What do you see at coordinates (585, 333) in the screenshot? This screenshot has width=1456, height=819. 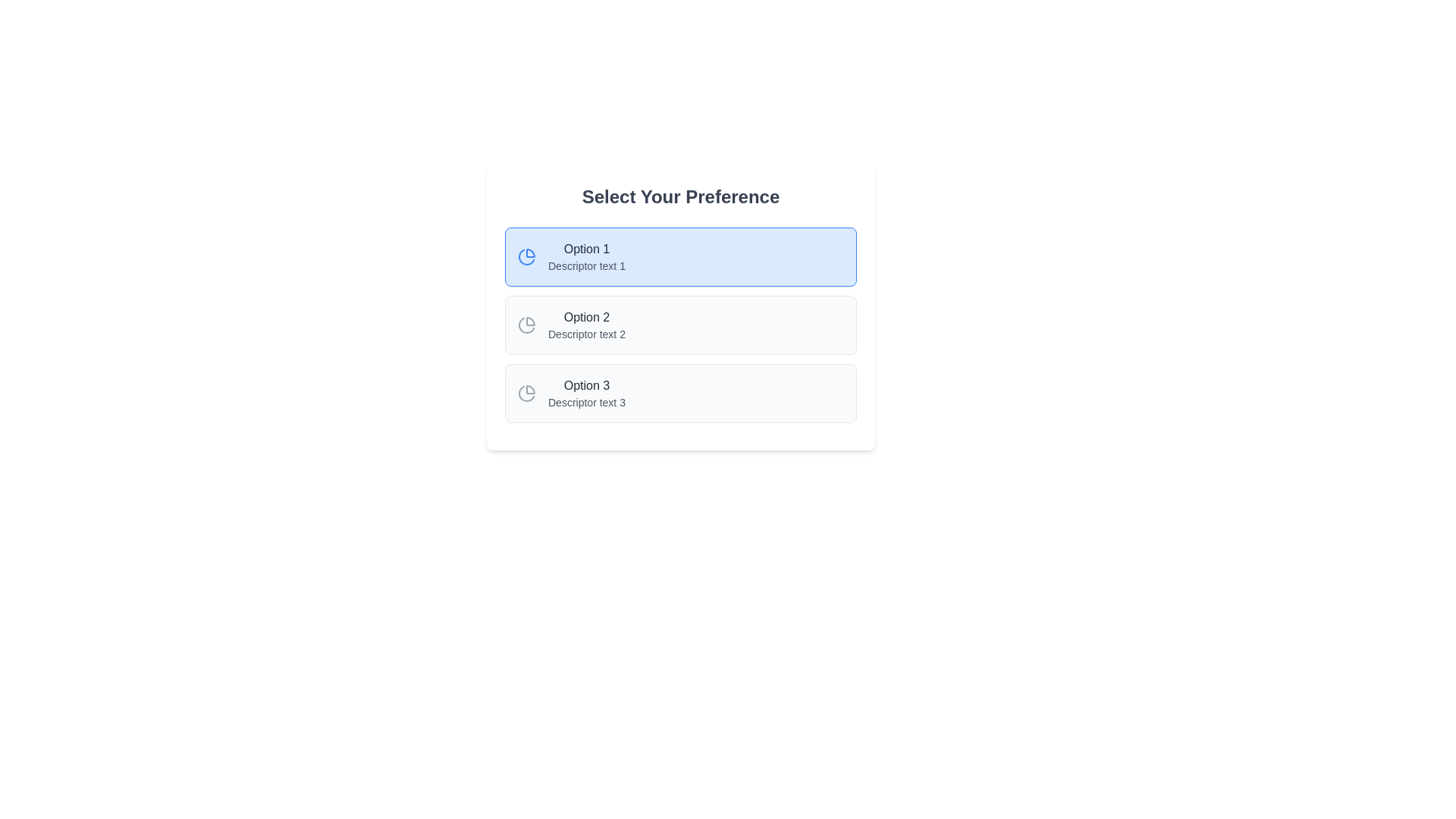 I see `the text label providing additional information for 'Option 2', which is located in the second card section under 'Select Your Preference'` at bounding box center [585, 333].